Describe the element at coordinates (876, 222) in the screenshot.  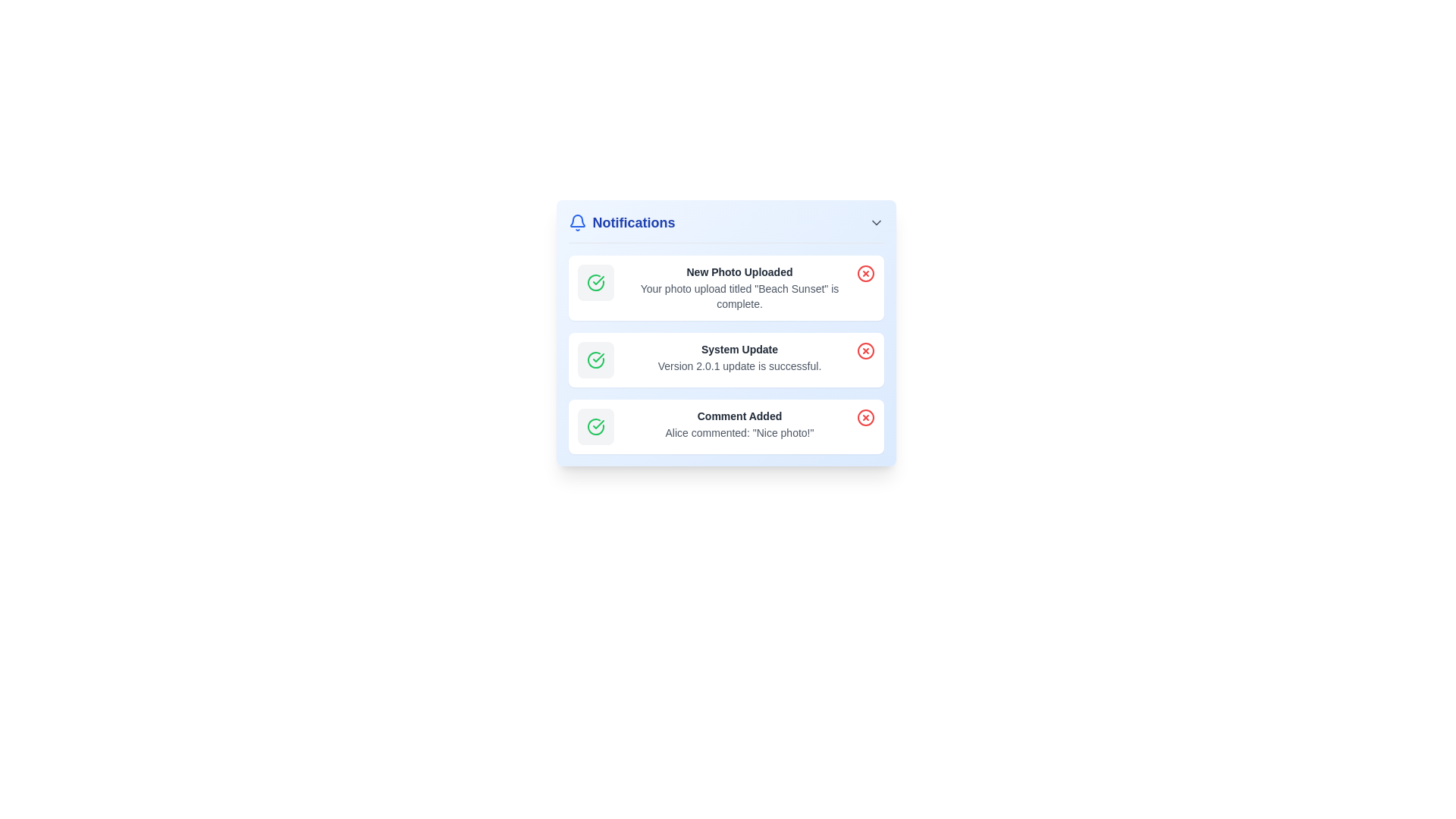
I see `the icon button located in the 'Notifications' section` at that location.